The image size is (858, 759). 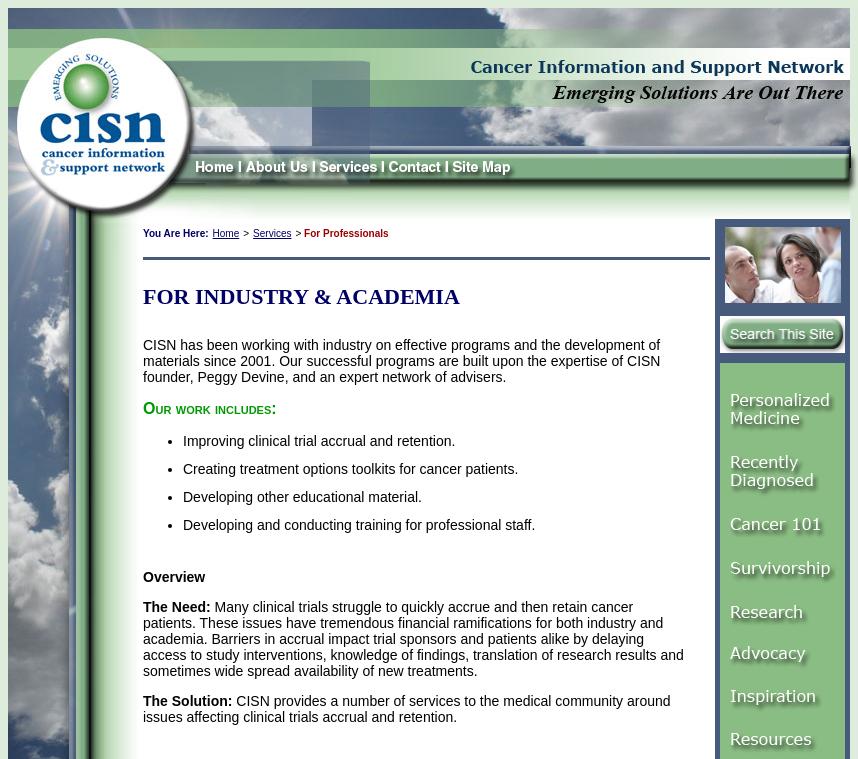 I want to click on 'Overview', so click(x=142, y=575).